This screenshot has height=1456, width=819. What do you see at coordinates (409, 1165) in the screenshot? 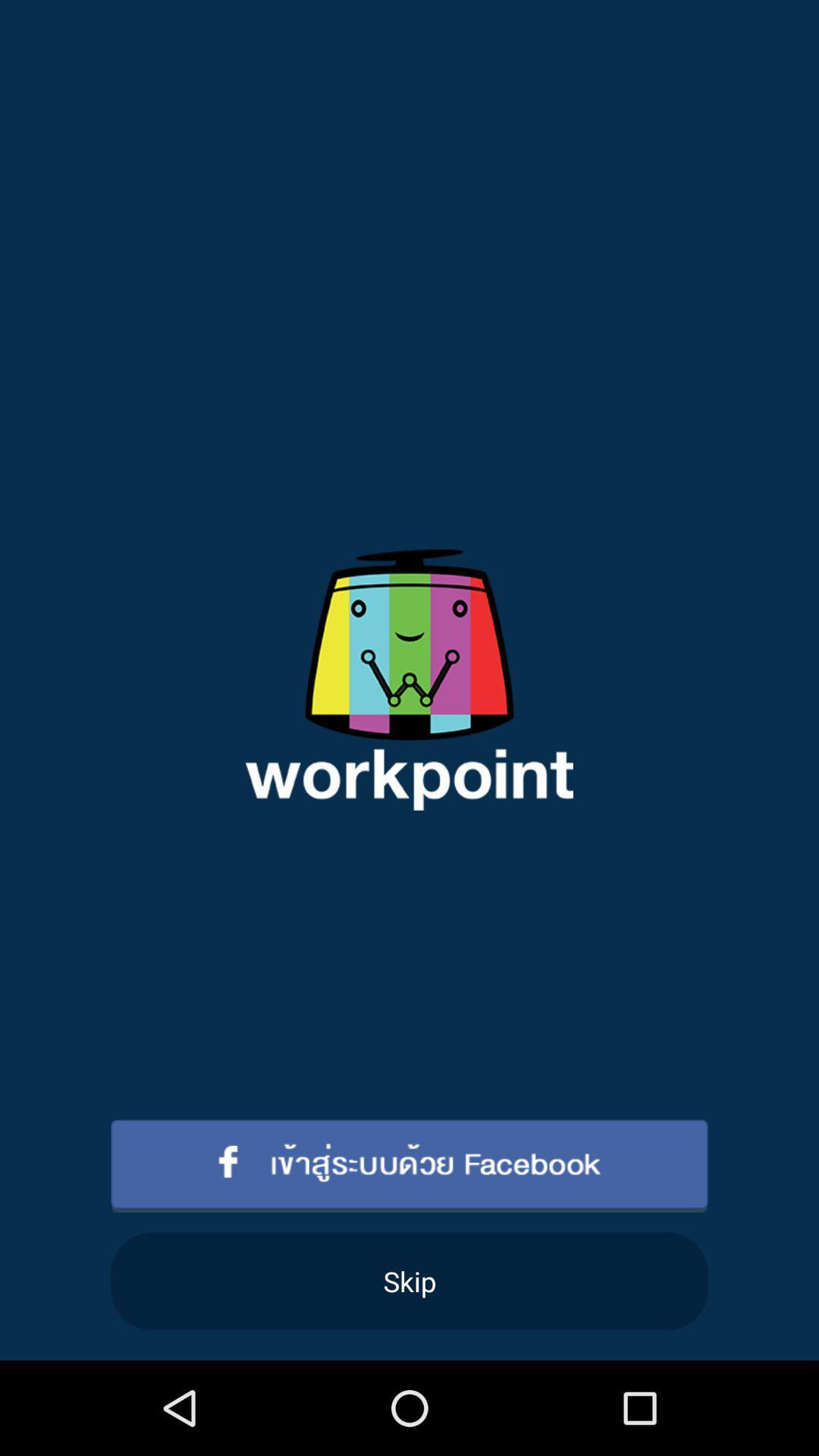
I see `item above skip` at bounding box center [409, 1165].